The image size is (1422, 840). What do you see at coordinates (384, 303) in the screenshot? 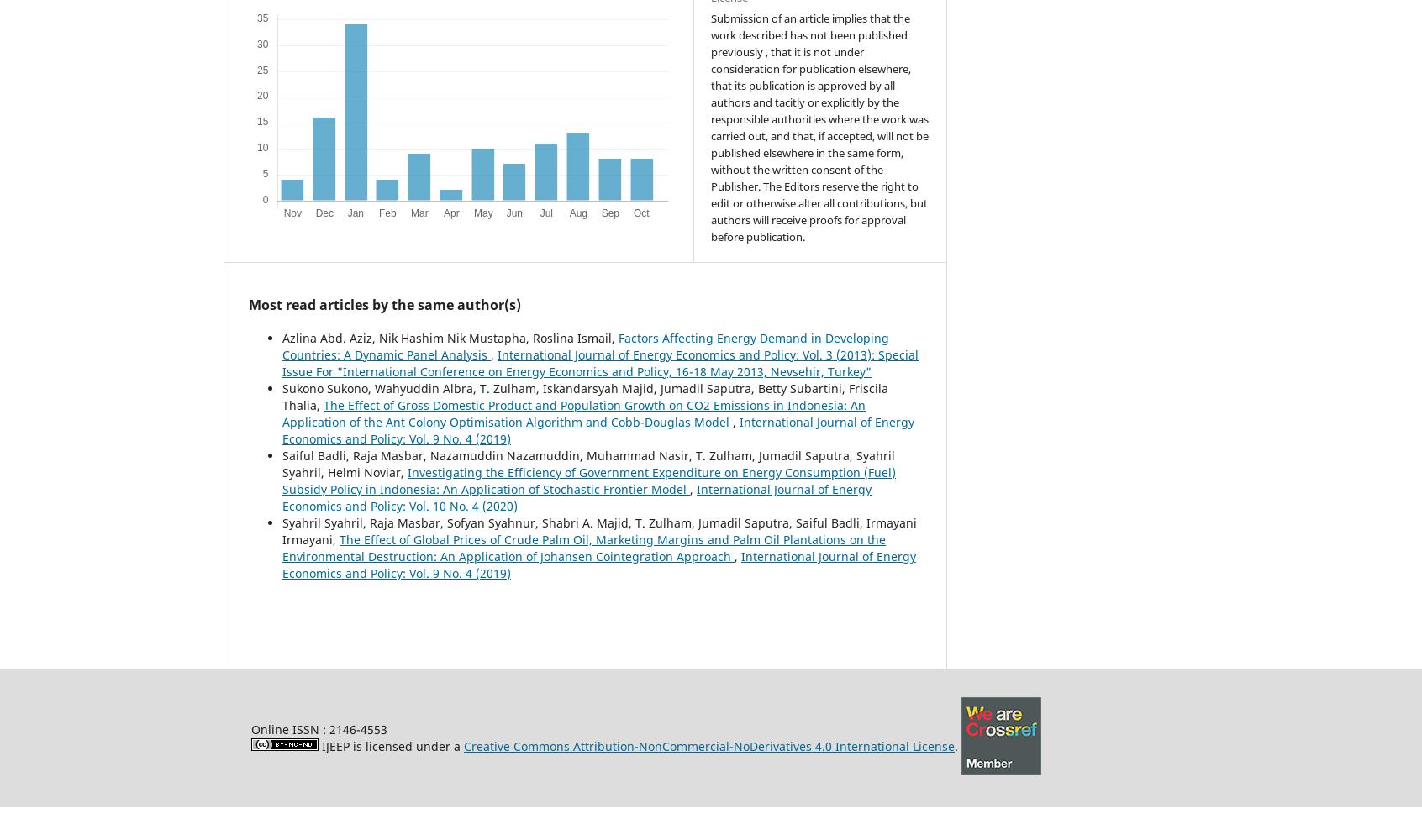
I see `'Most read articles by the same author(s)'` at bounding box center [384, 303].